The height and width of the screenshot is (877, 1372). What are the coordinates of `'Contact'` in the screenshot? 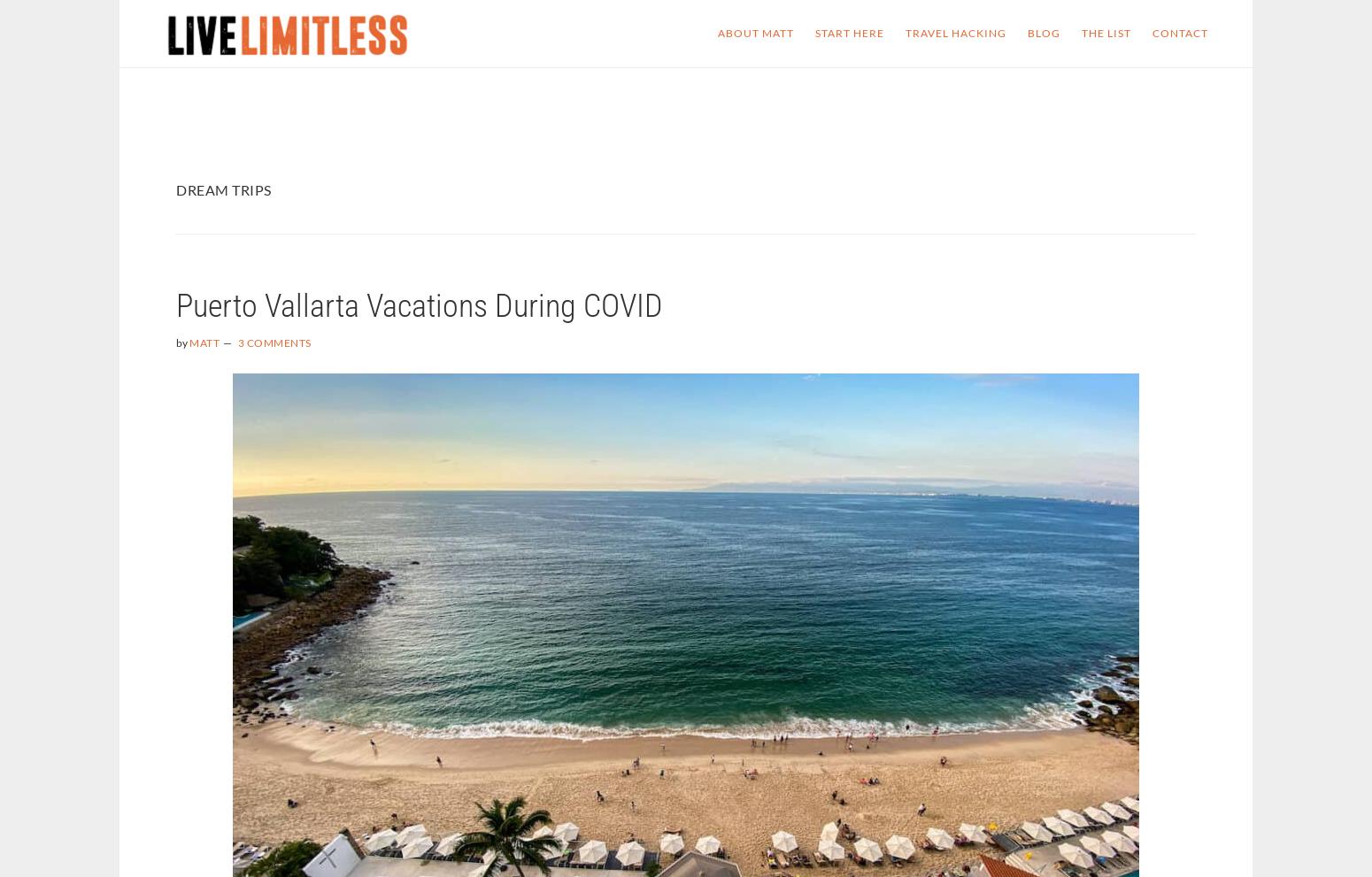 It's located at (1180, 32).